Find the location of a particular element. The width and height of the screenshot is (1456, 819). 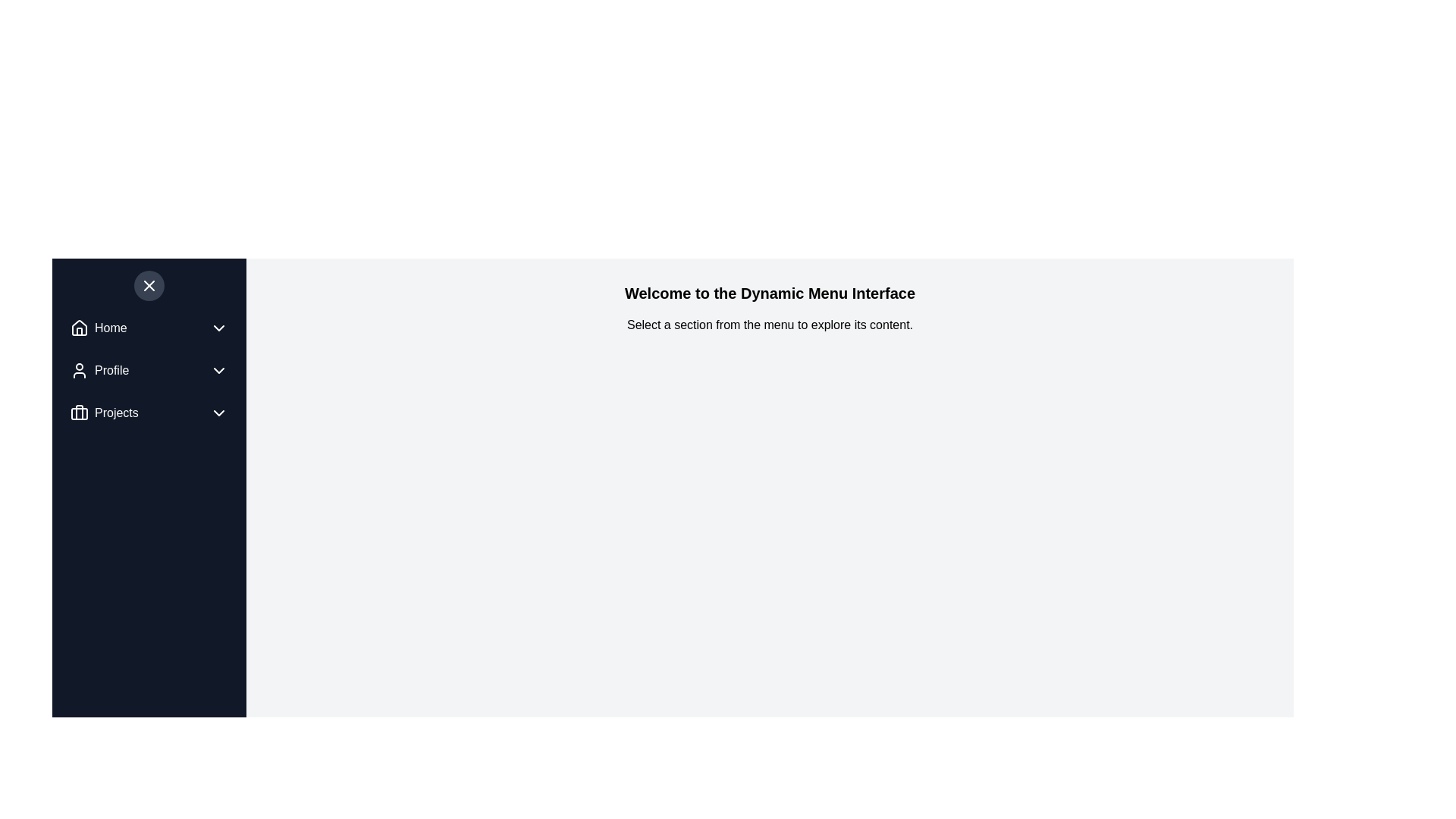

the 'Profile' menu item, which is the second item in the vertical list of the left-side navigation menu is located at coordinates (149, 371).